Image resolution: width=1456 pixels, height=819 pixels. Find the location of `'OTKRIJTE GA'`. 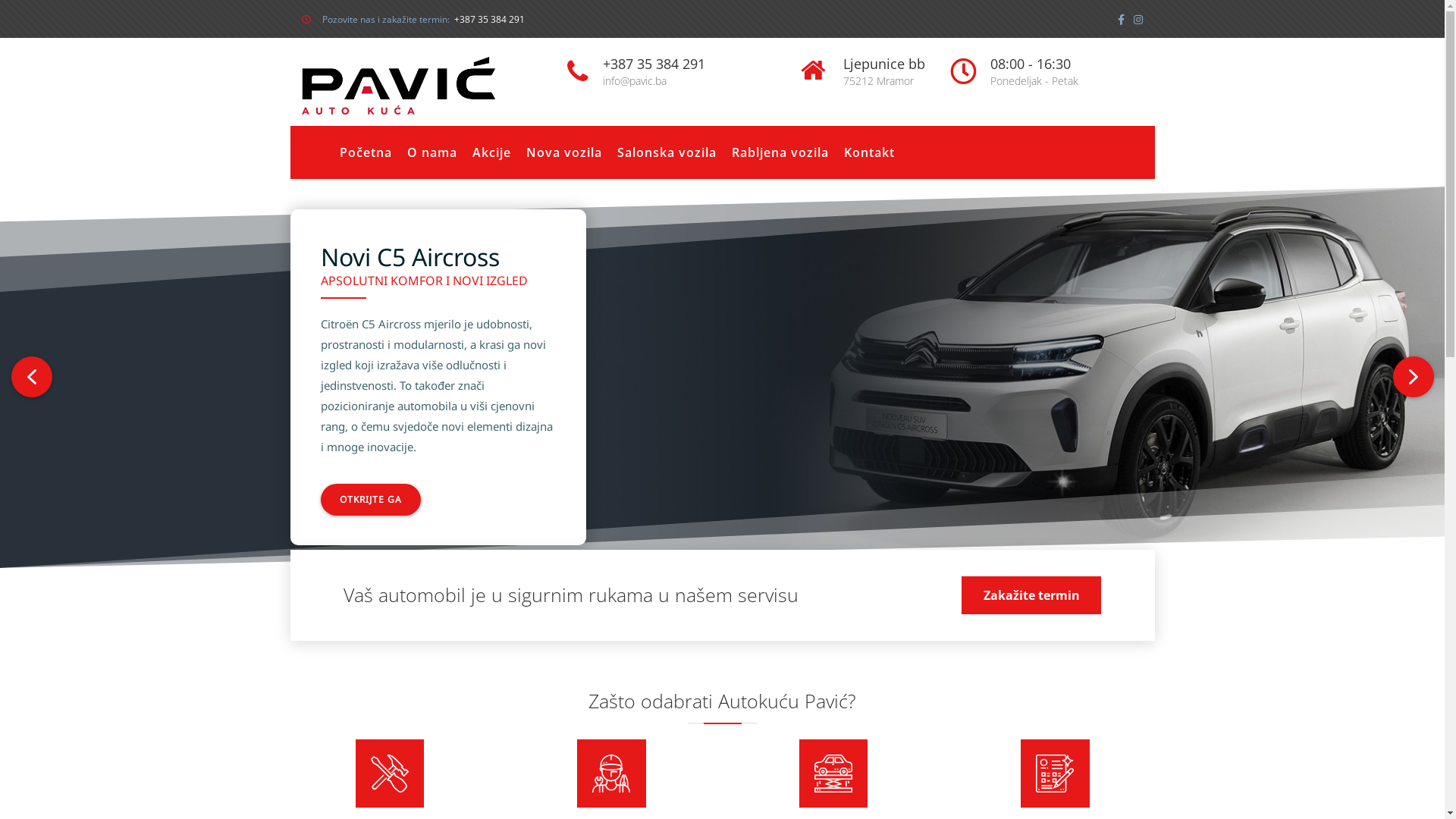

'OTKRIJTE GA' is located at coordinates (370, 500).